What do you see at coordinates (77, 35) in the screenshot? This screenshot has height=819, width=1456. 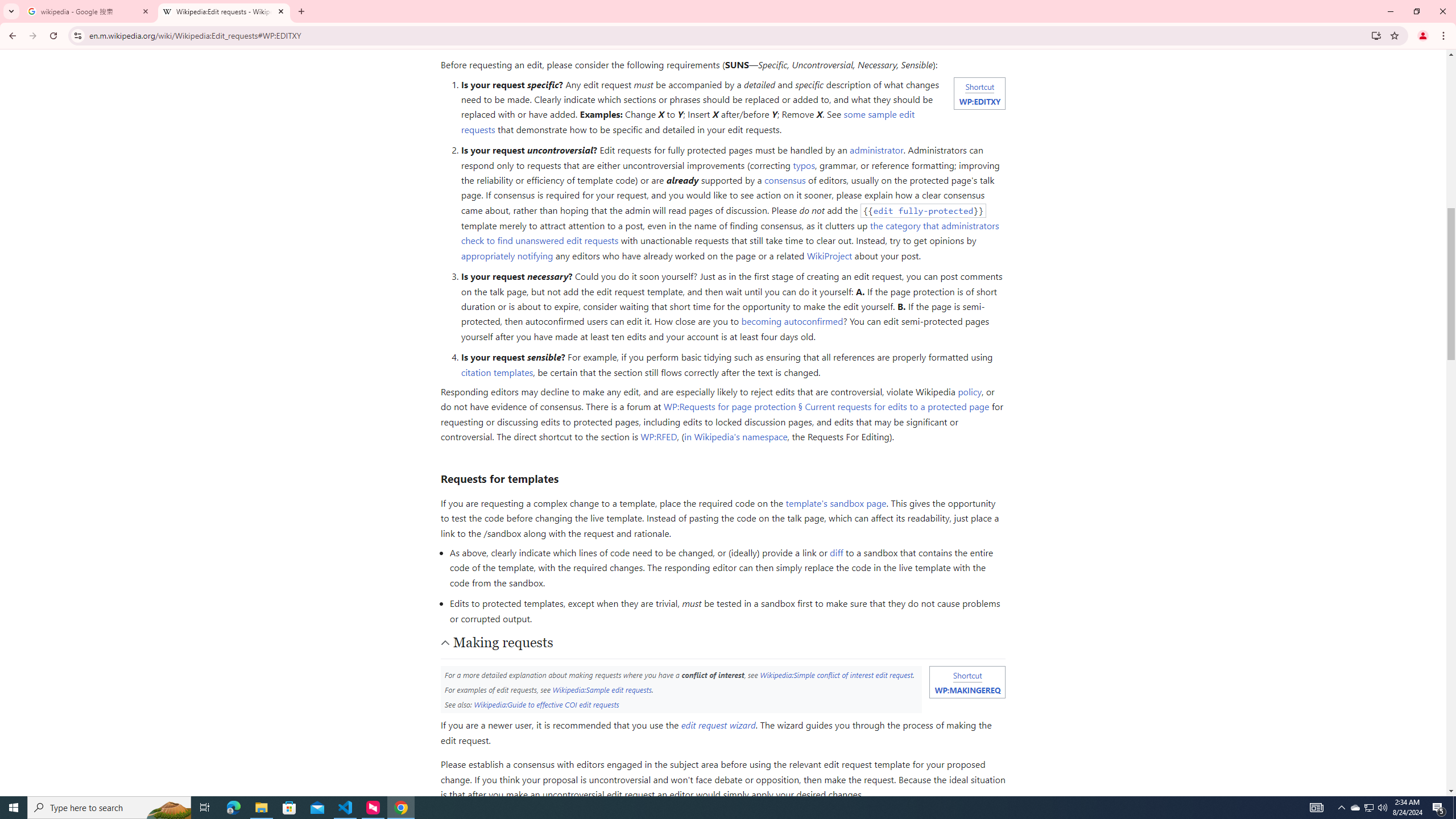 I see `'View site information'` at bounding box center [77, 35].